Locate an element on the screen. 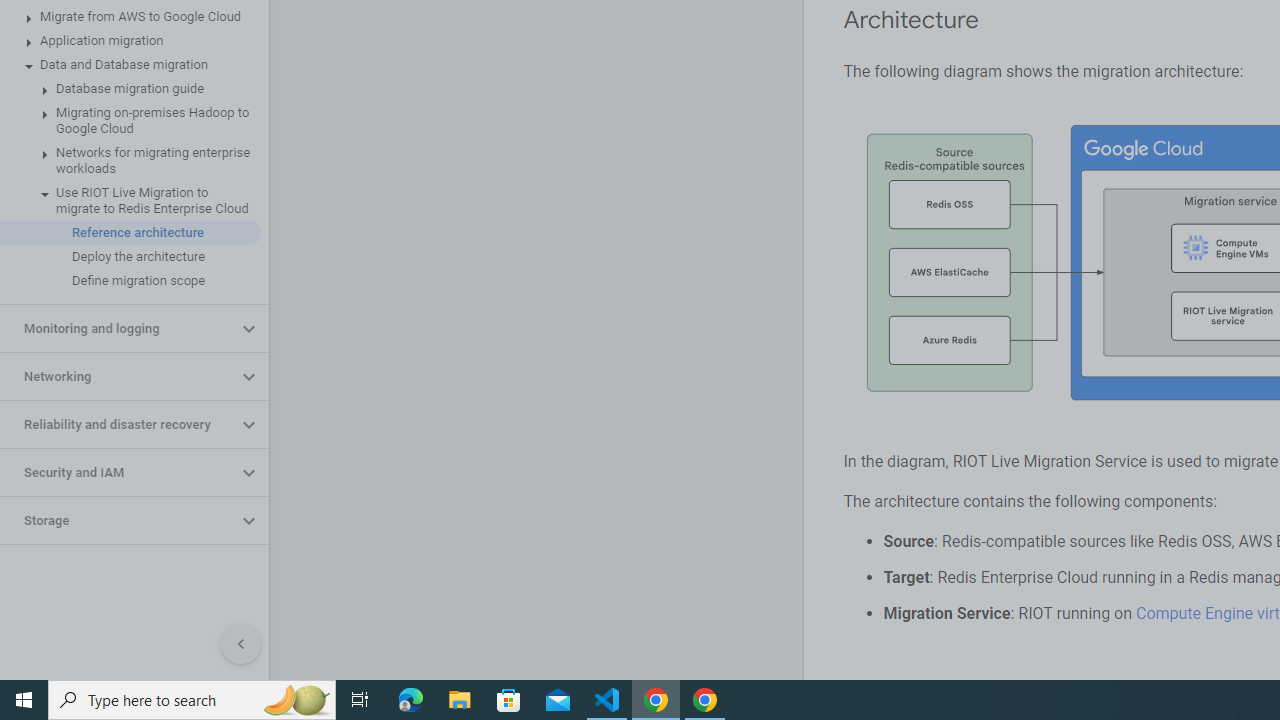 This screenshot has width=1280, height=720. 'Deploy the architecture' is located at coordinates (129, 256).